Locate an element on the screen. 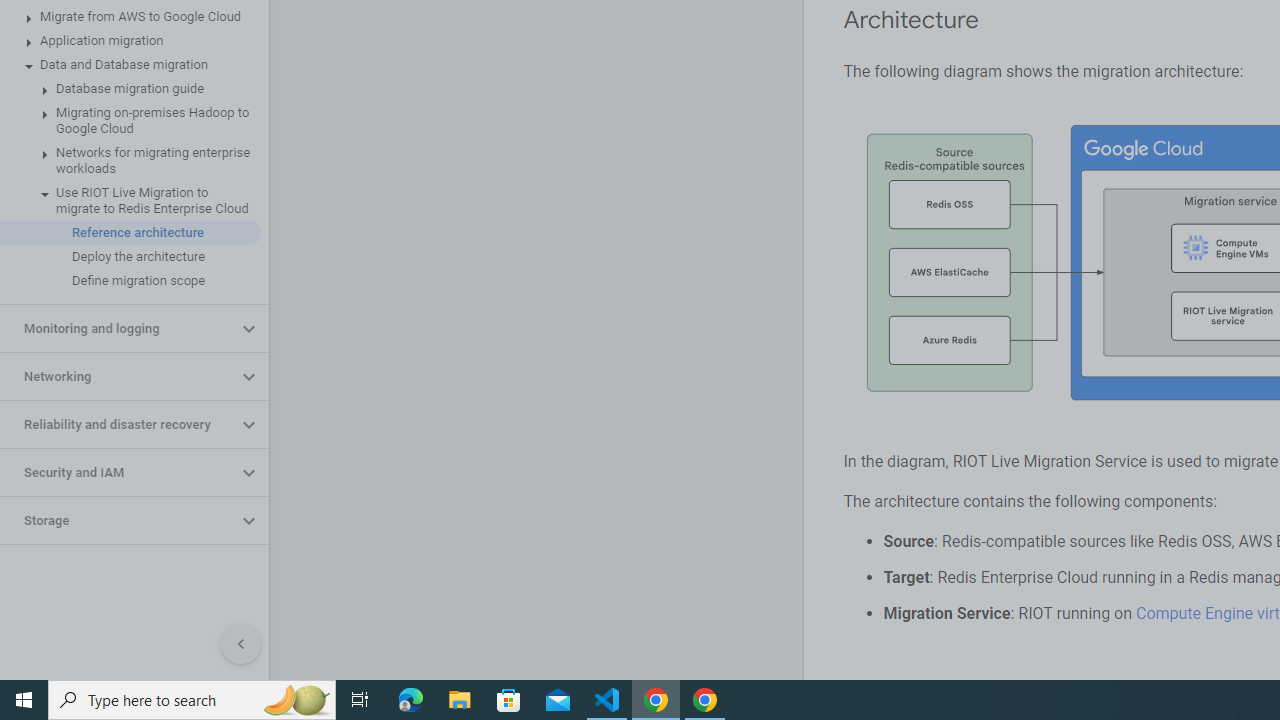 This screenshot has width=1280, height=720. 'Deploy the architecture' is located at coordinates (129, 256).